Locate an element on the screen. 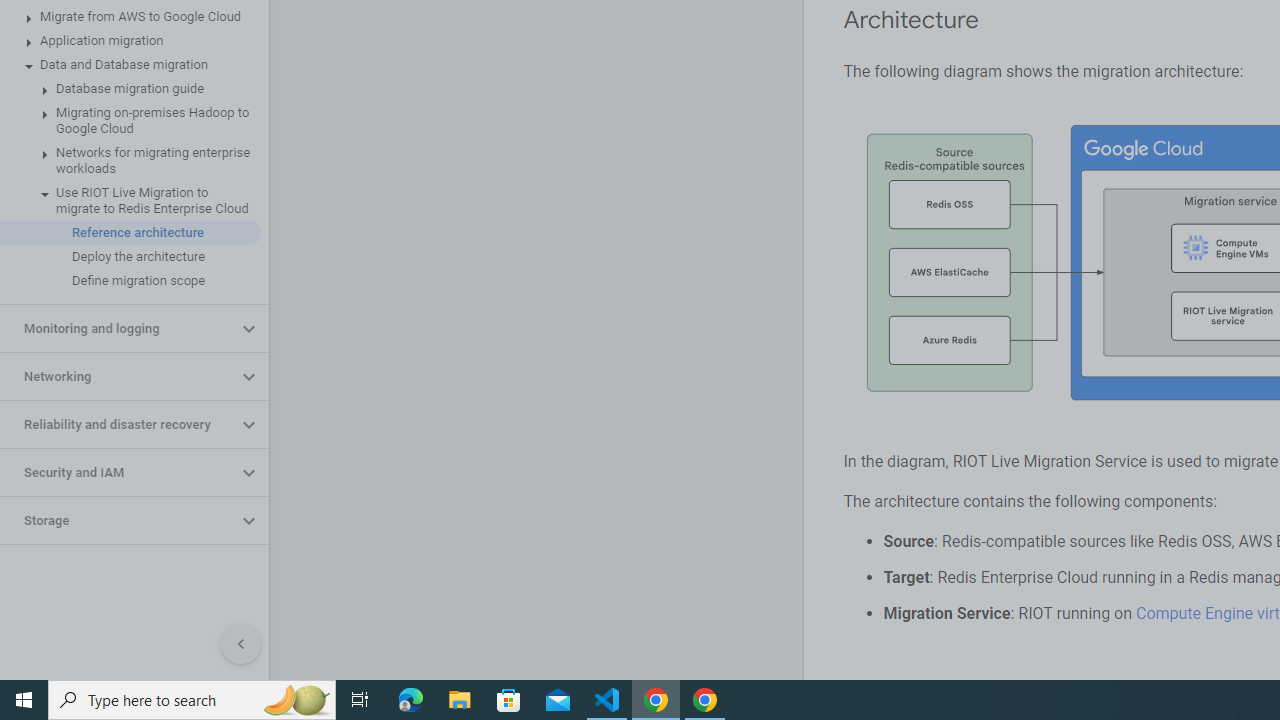 This screenshot has width=1280, height=720. 'Deploy the architecture' is located at coordinates (129, 256).